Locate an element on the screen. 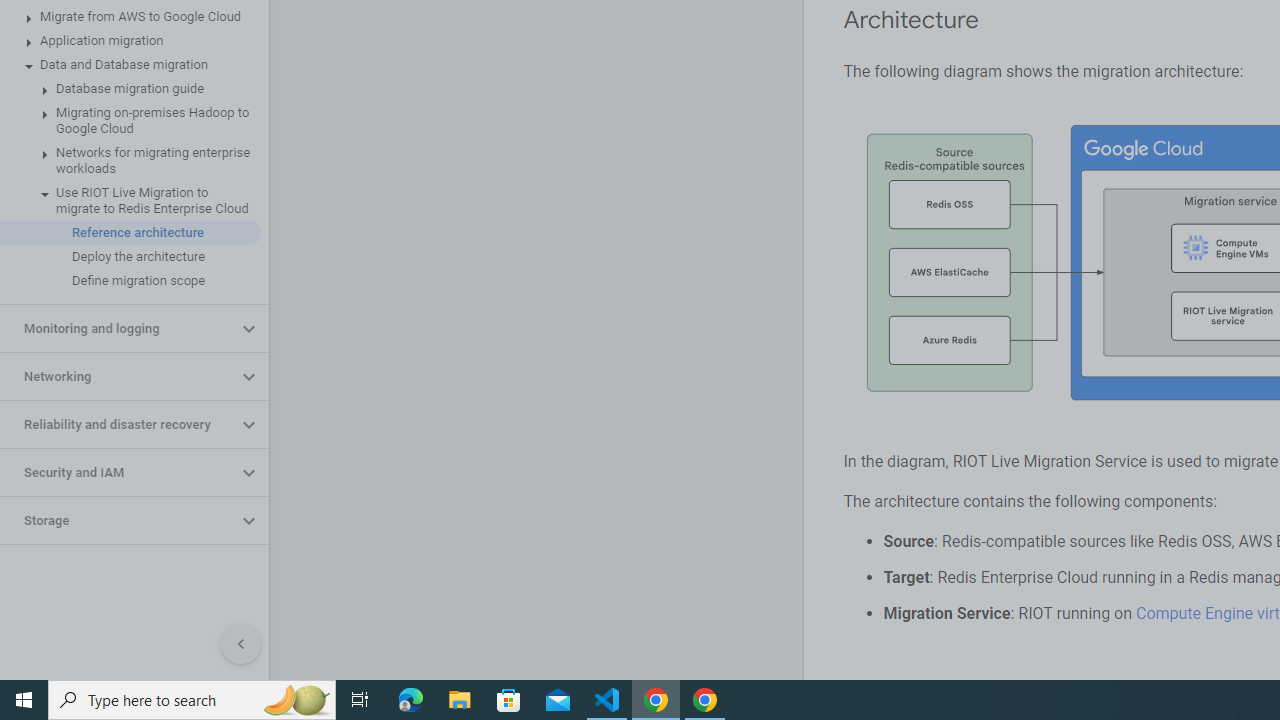 This screenshot has width=1280, height=720. 'Deploy the architecture' is located at coordinates (129, 256).